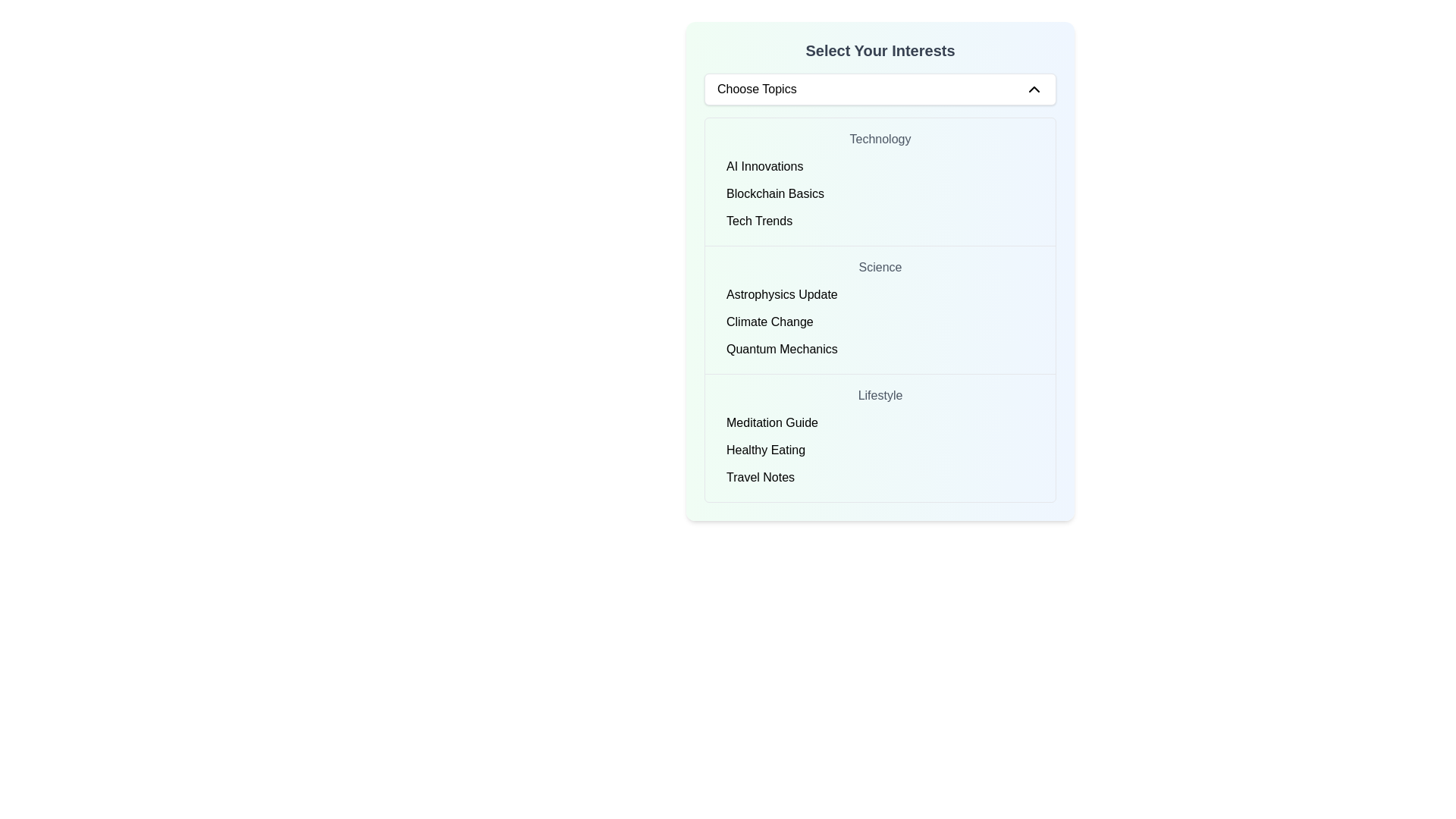 This screenshot has height=819, width=1456. Describe the element at coordinates (880, 309) in the screenshot. I see `the 'Climate Change' item located under the 'Science' category in the list of clickable items` at that location.